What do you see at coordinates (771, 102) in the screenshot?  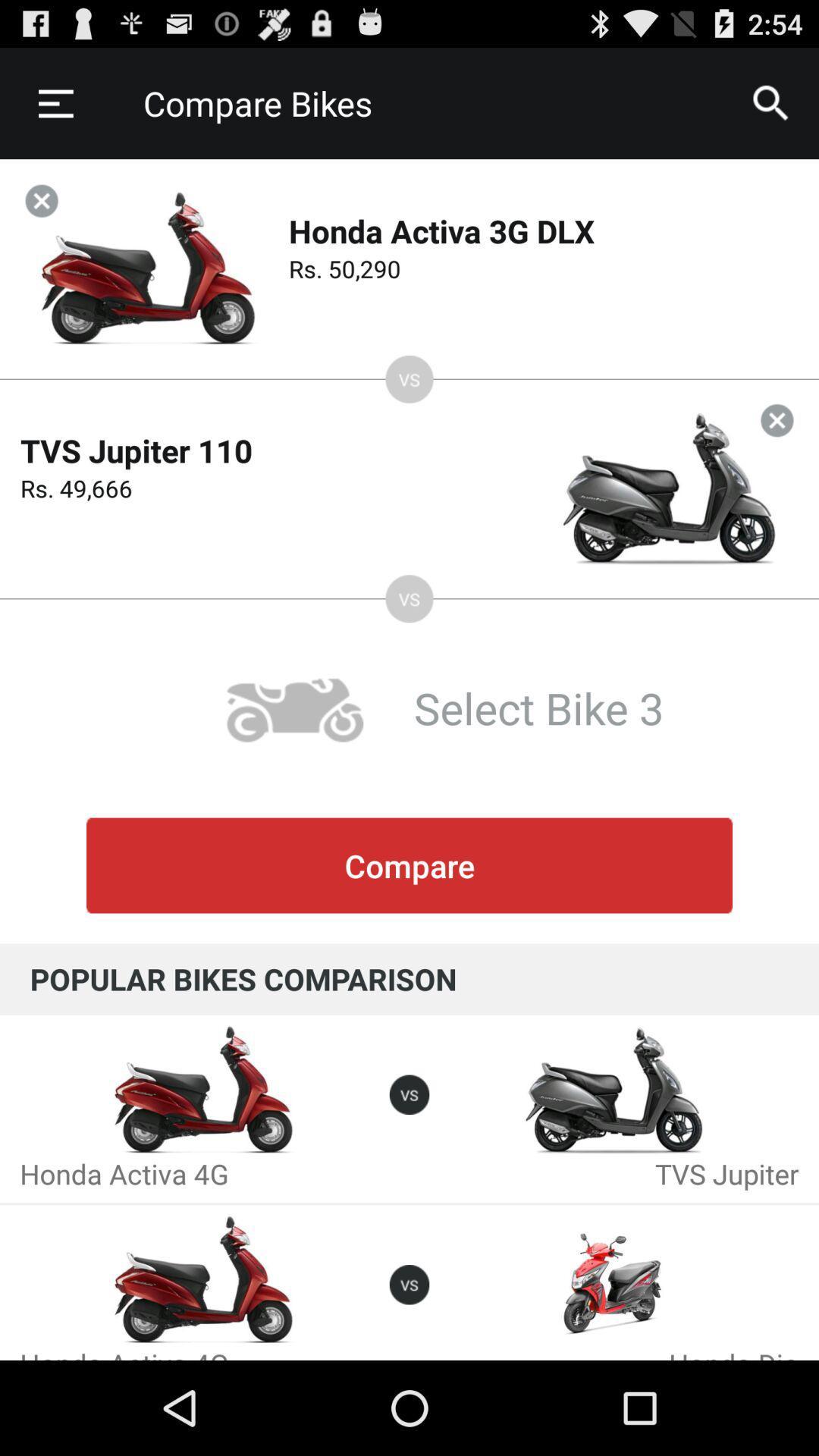 I see `the icon above rs. 50,290 icon` at bounding box center [771, 102].